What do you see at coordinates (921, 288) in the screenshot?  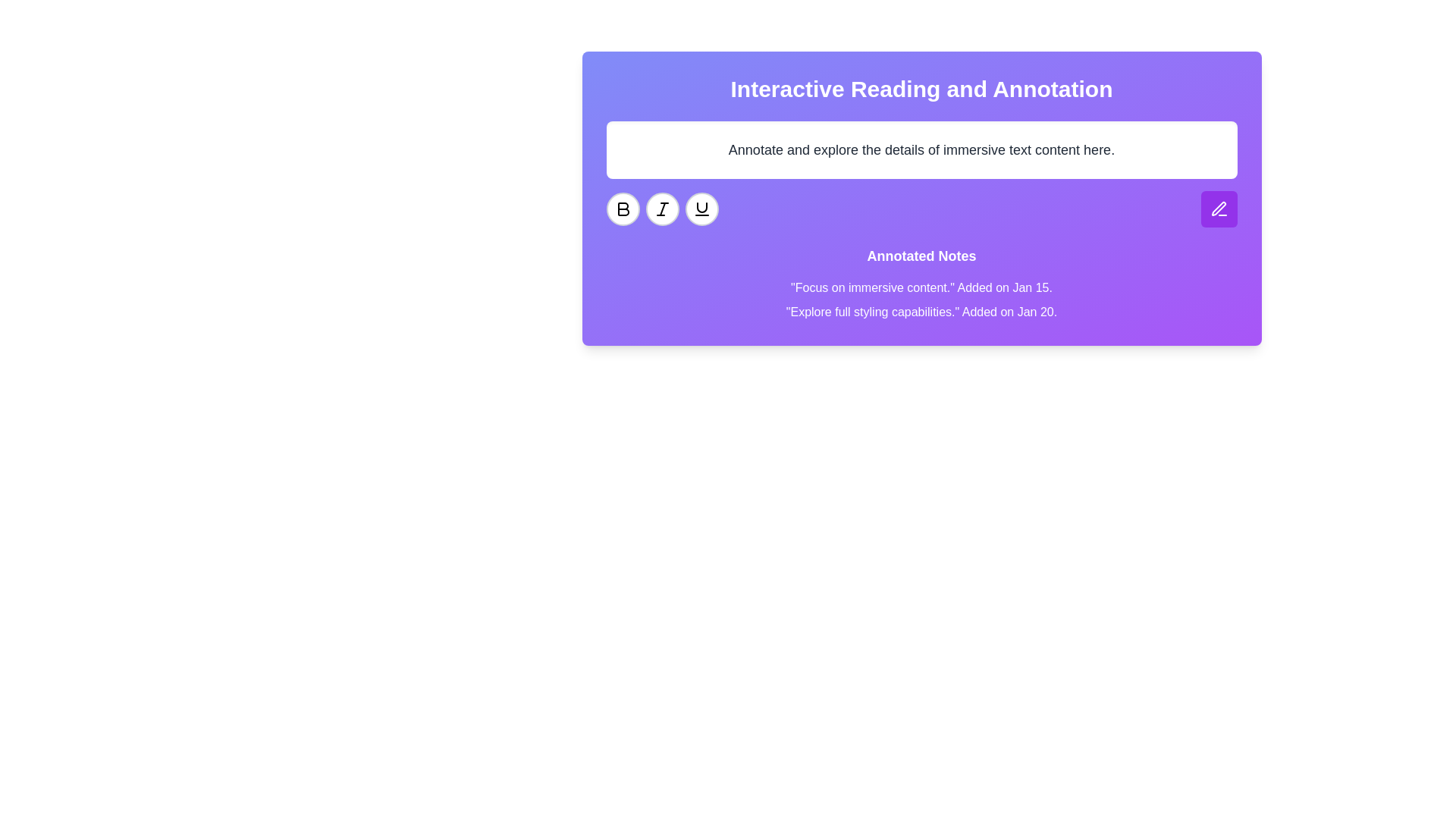 I see `the Text label that serves as a note or annotation, positioned below the 'Annotated Notes' heading and above the item 'Explore full styling capabilities.' Added on Jan 20` at bounding box center [921, 288].